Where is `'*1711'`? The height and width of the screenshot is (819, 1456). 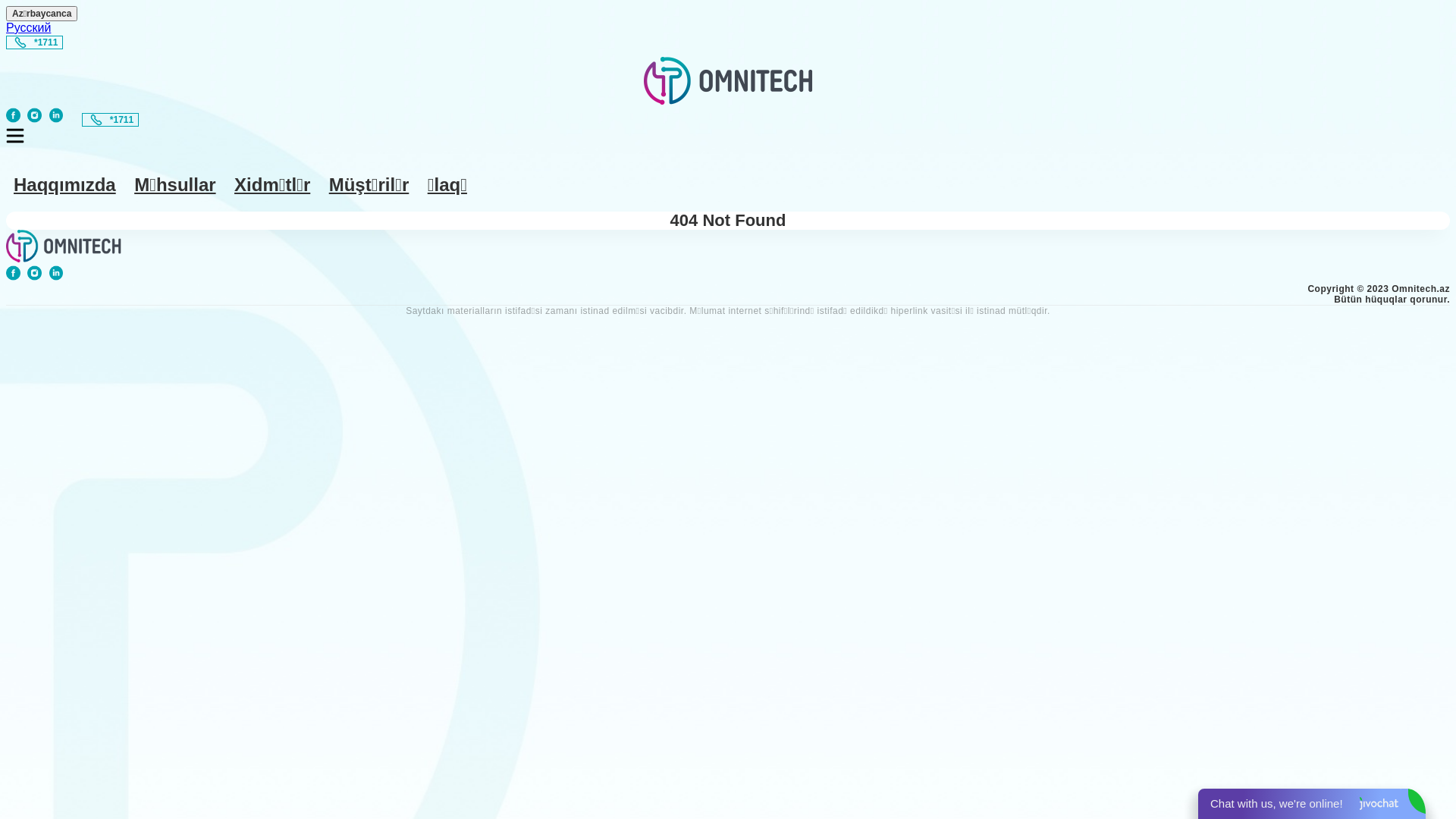
'*1711' is located at coordinates (109, 118).